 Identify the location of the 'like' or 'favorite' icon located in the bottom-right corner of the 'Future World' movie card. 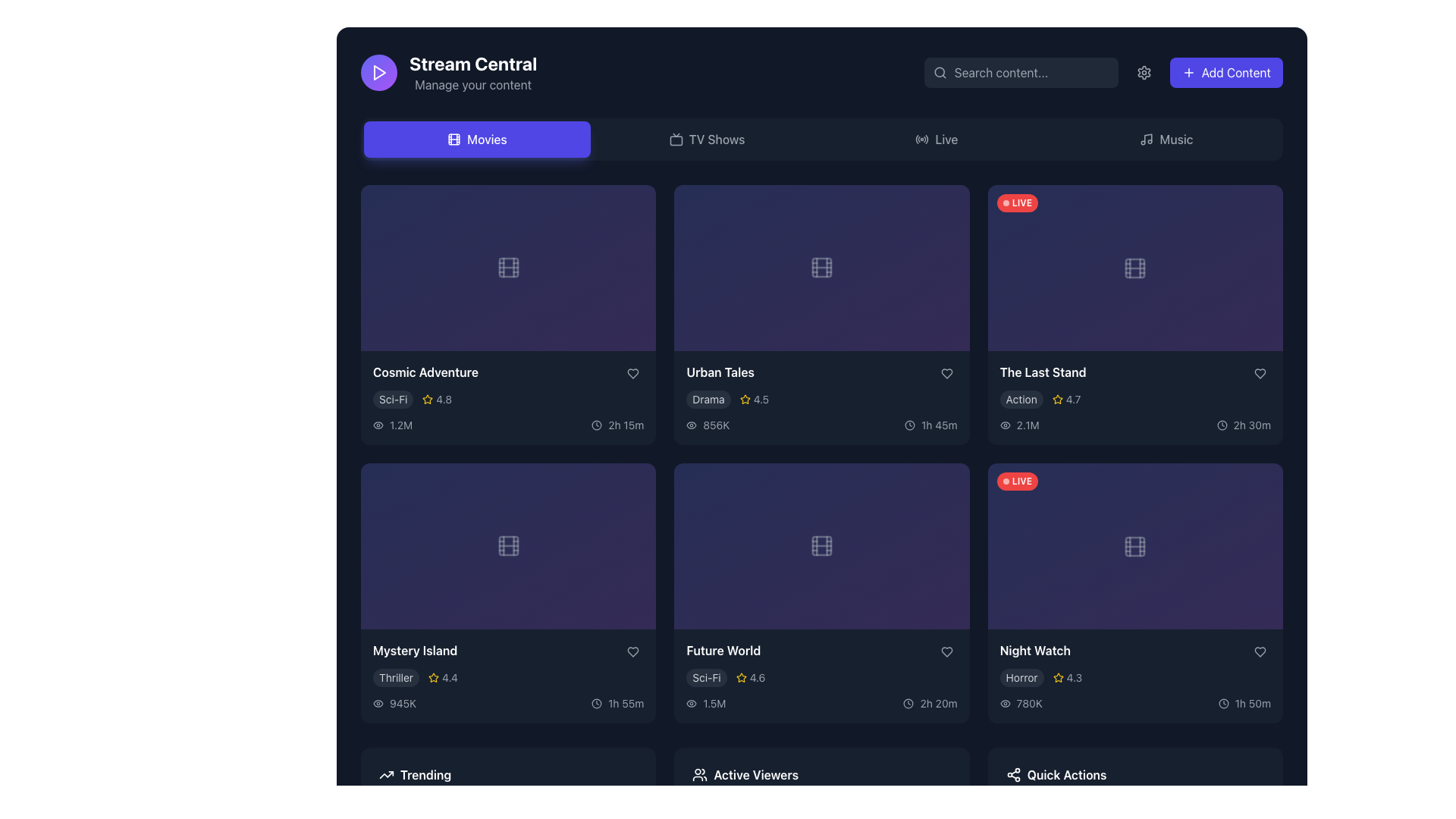
(946, 651).